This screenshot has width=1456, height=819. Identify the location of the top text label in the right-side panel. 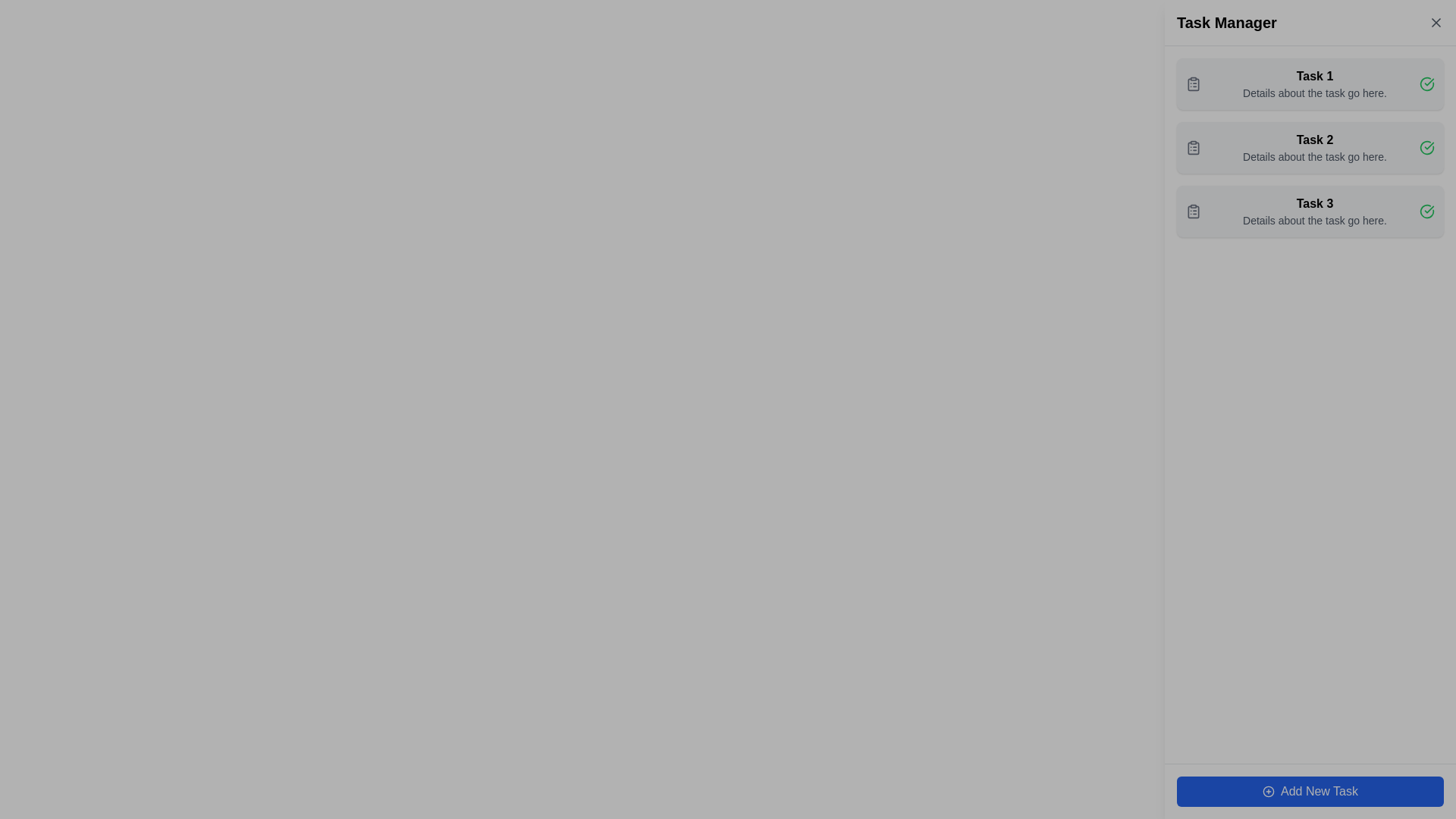
(1313, 76).